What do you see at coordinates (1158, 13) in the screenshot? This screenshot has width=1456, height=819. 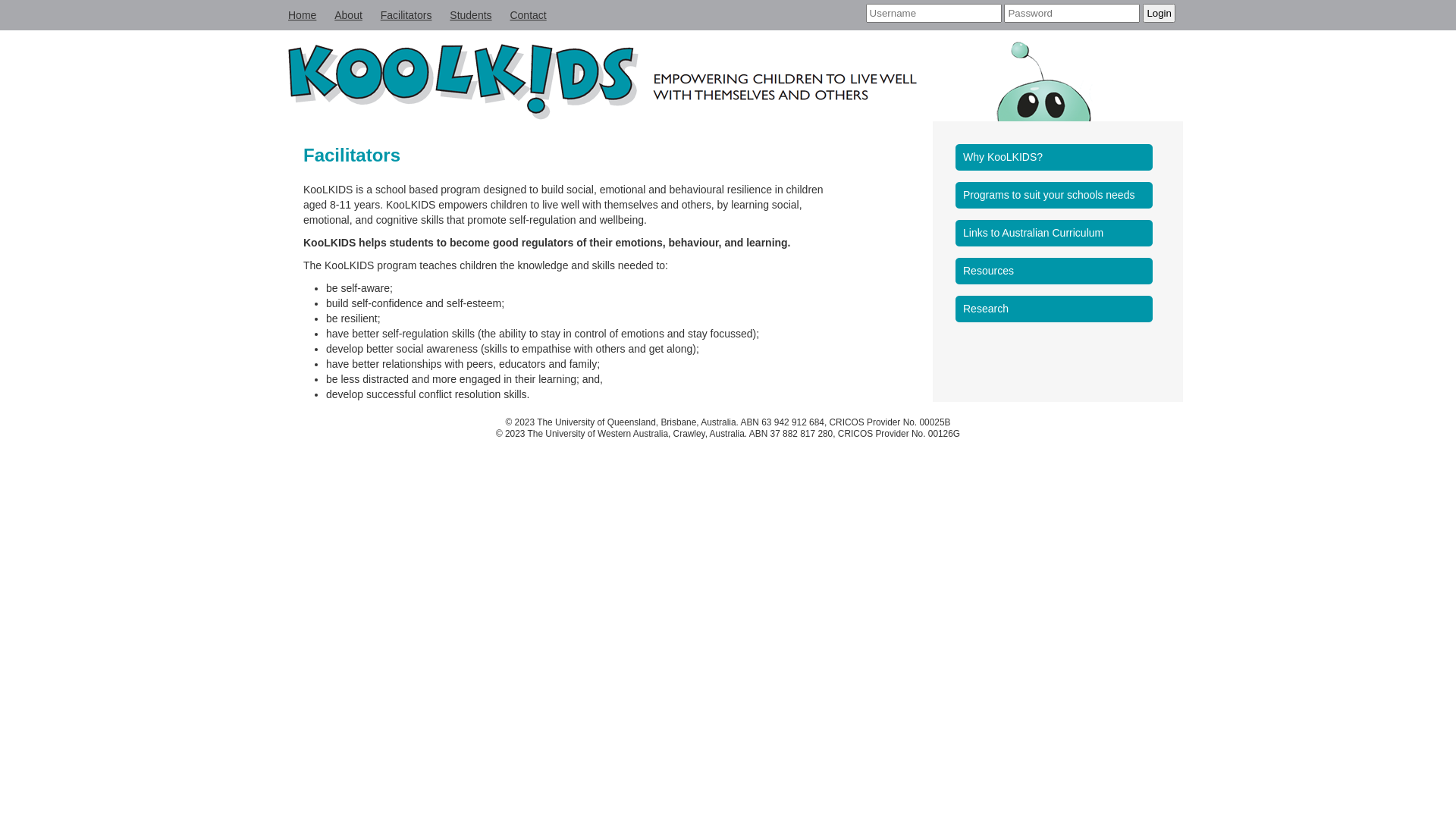 I see `'Login'` at bounding box center [1158, 13].